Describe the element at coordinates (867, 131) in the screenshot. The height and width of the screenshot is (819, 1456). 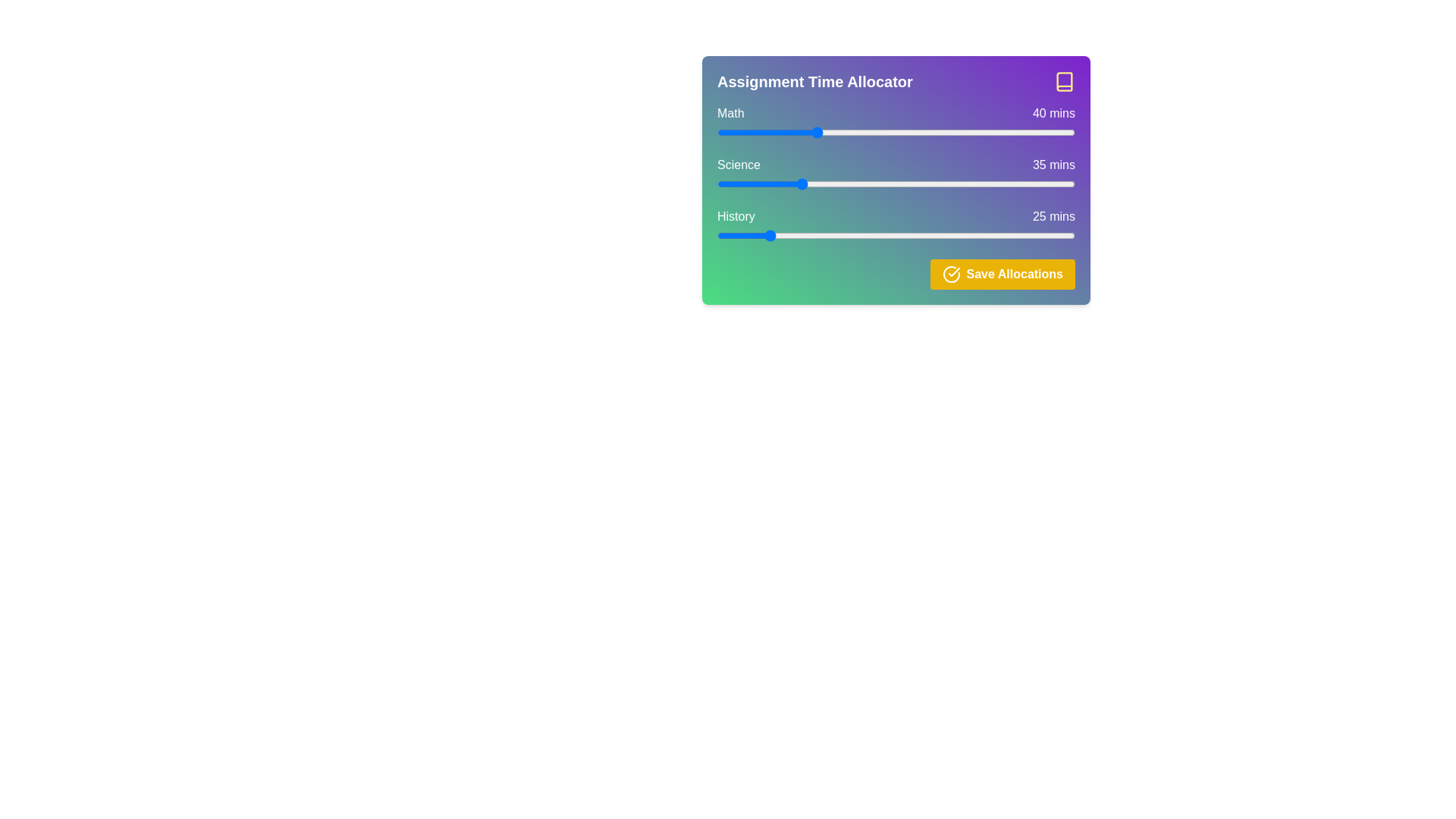
I see `the slider for 'Math'` at that location.